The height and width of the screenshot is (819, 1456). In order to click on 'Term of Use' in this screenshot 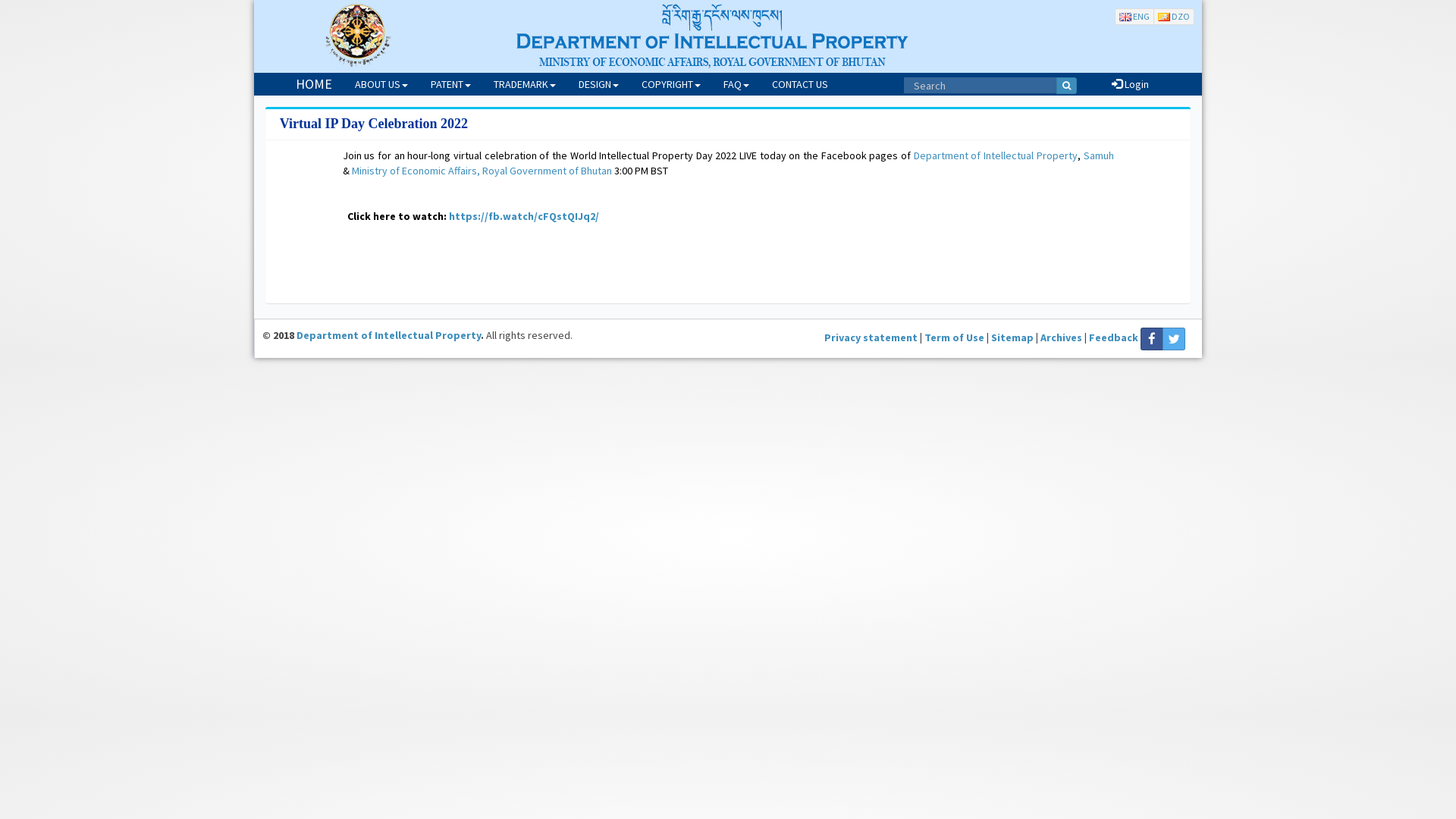, I will do `click(953, 336)`.